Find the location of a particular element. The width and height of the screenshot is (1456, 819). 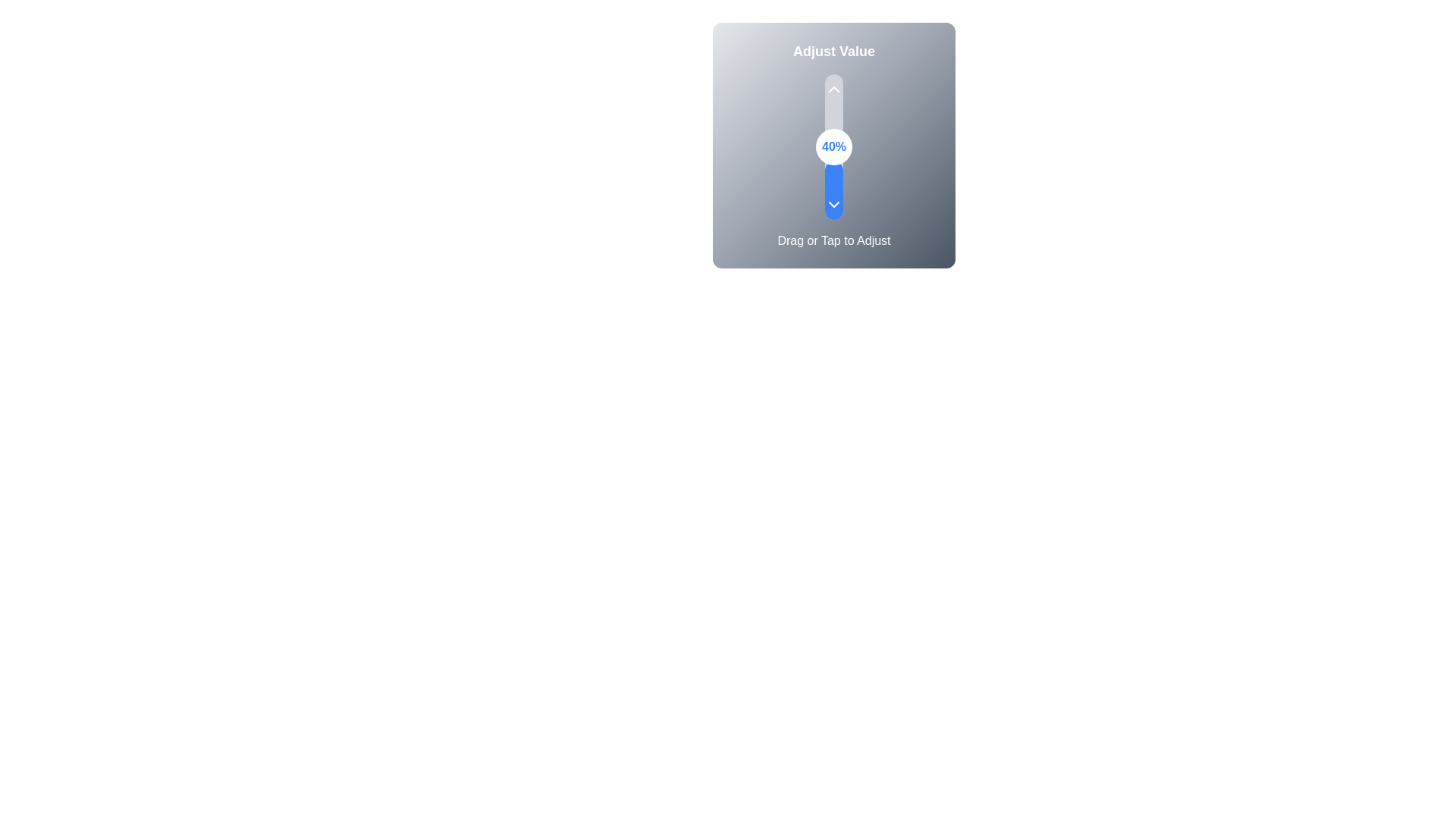

the slider value is located at coordinates (833, 110).